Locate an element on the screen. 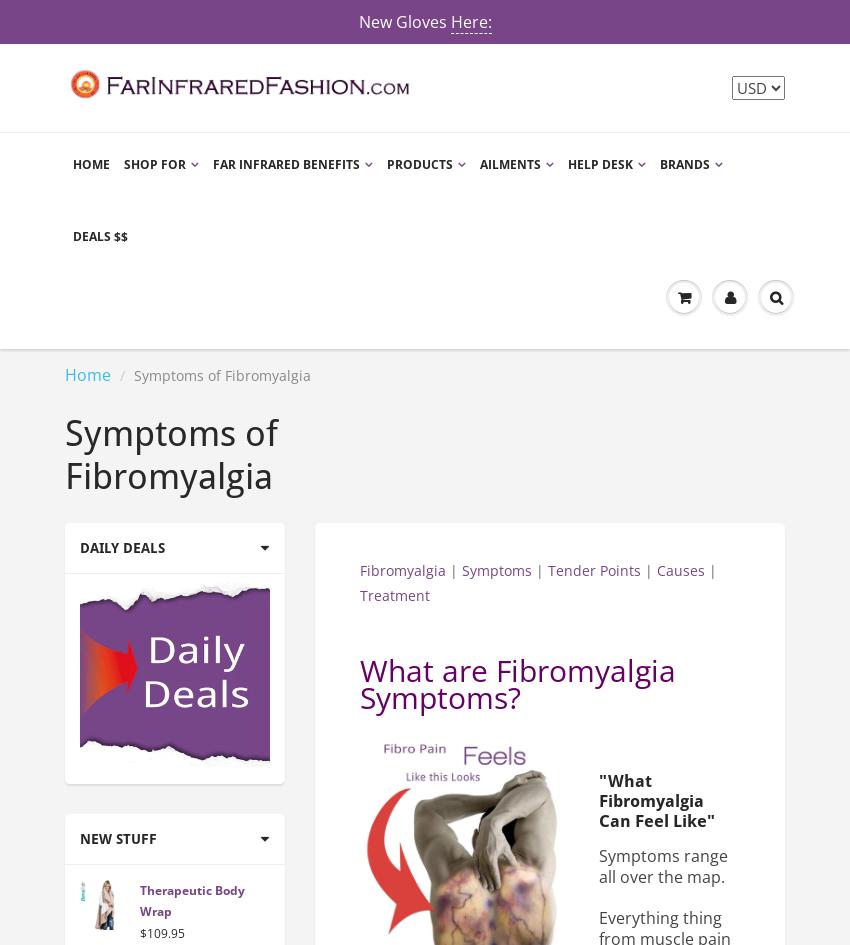 The image size is (850, 945). 'Fibromyalgia' is located at coordinates (402, 569).